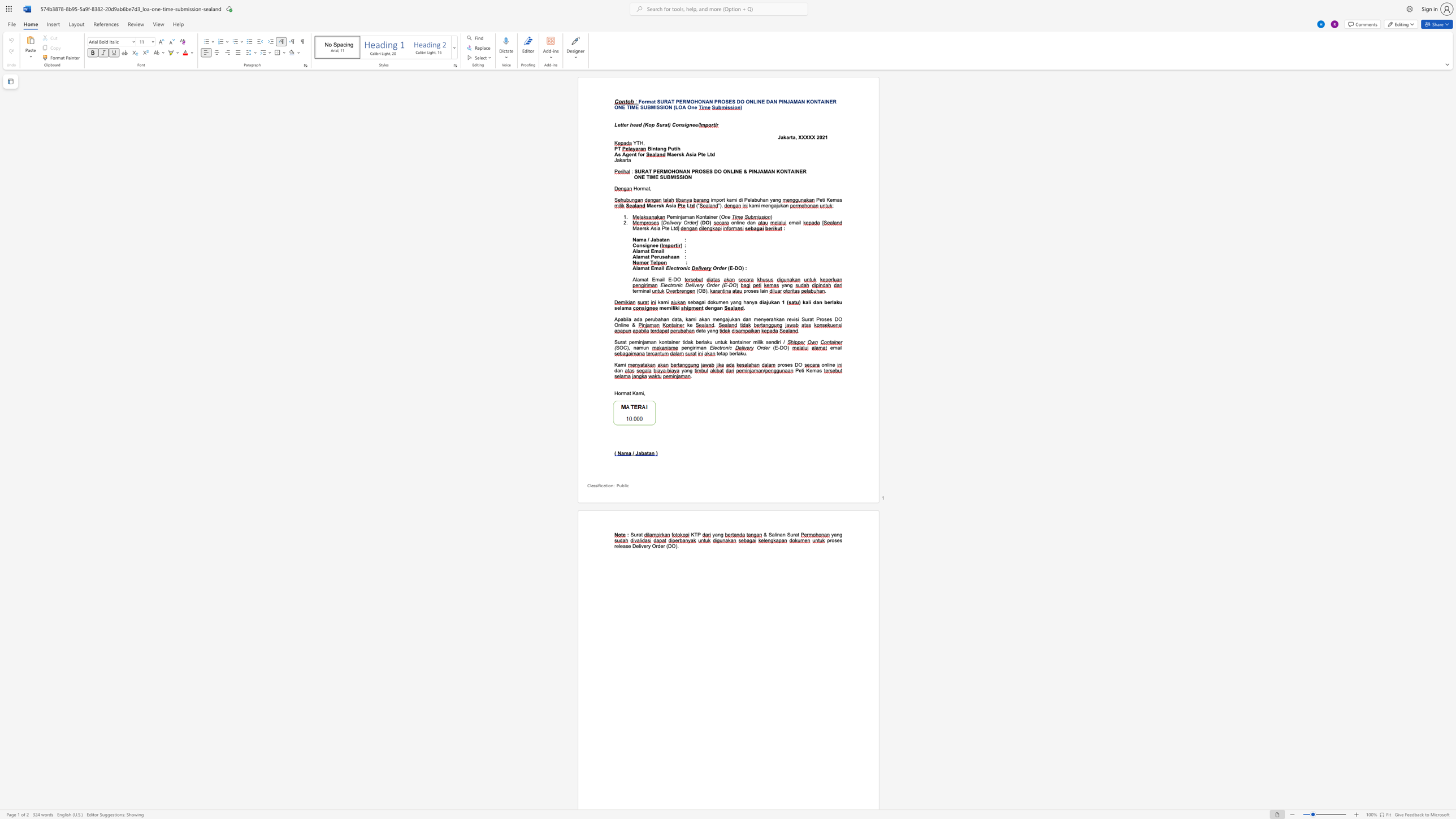 This screenshot has width=1456, height=819. I want to click on the subset text "mina" within the text "terminal", so click(638, 290).